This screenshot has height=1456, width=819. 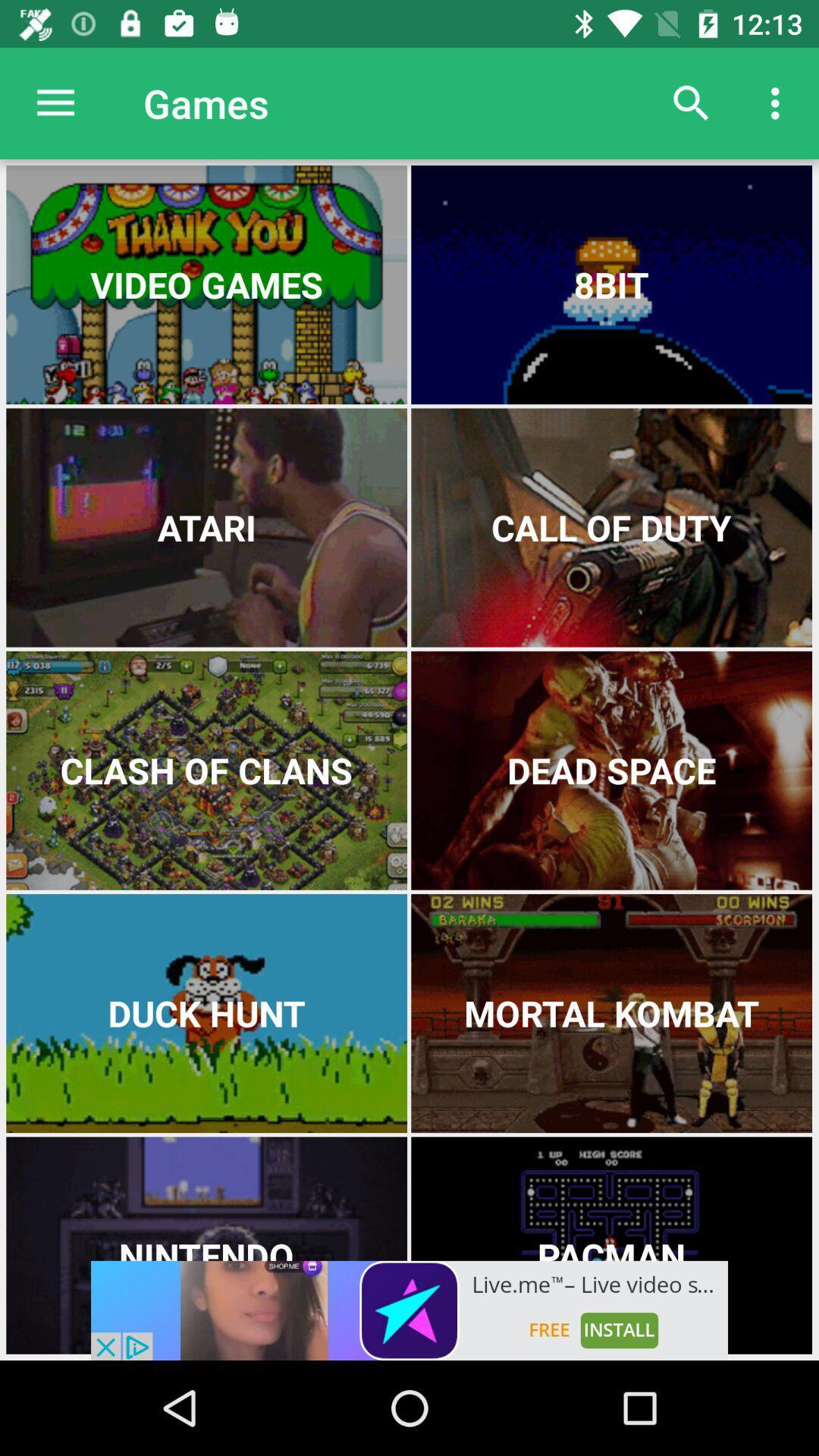 I want to click on an advertisement, so click(x=409, y=1310).